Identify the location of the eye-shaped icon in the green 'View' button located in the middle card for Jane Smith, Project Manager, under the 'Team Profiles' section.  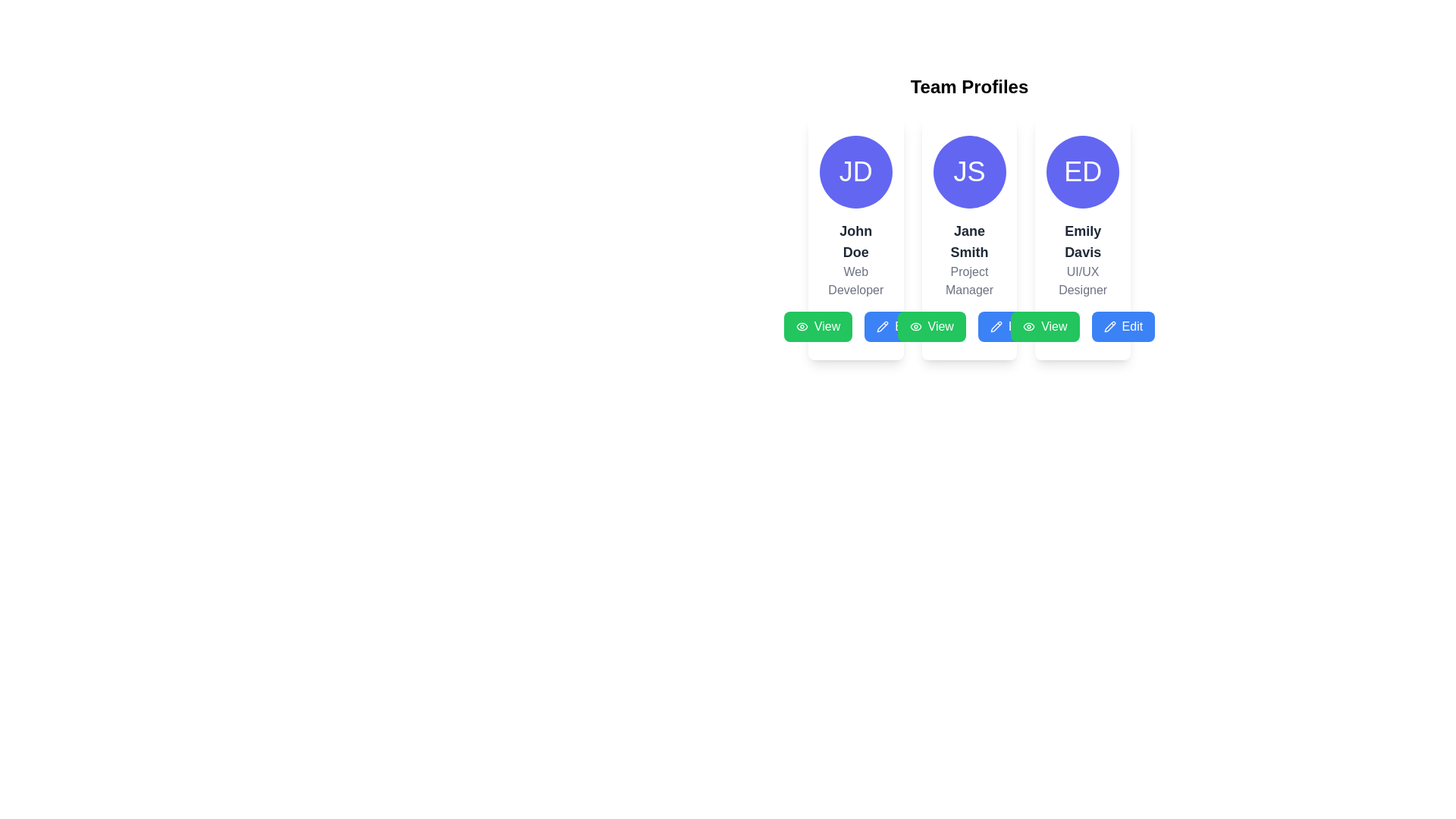
(801, 326).